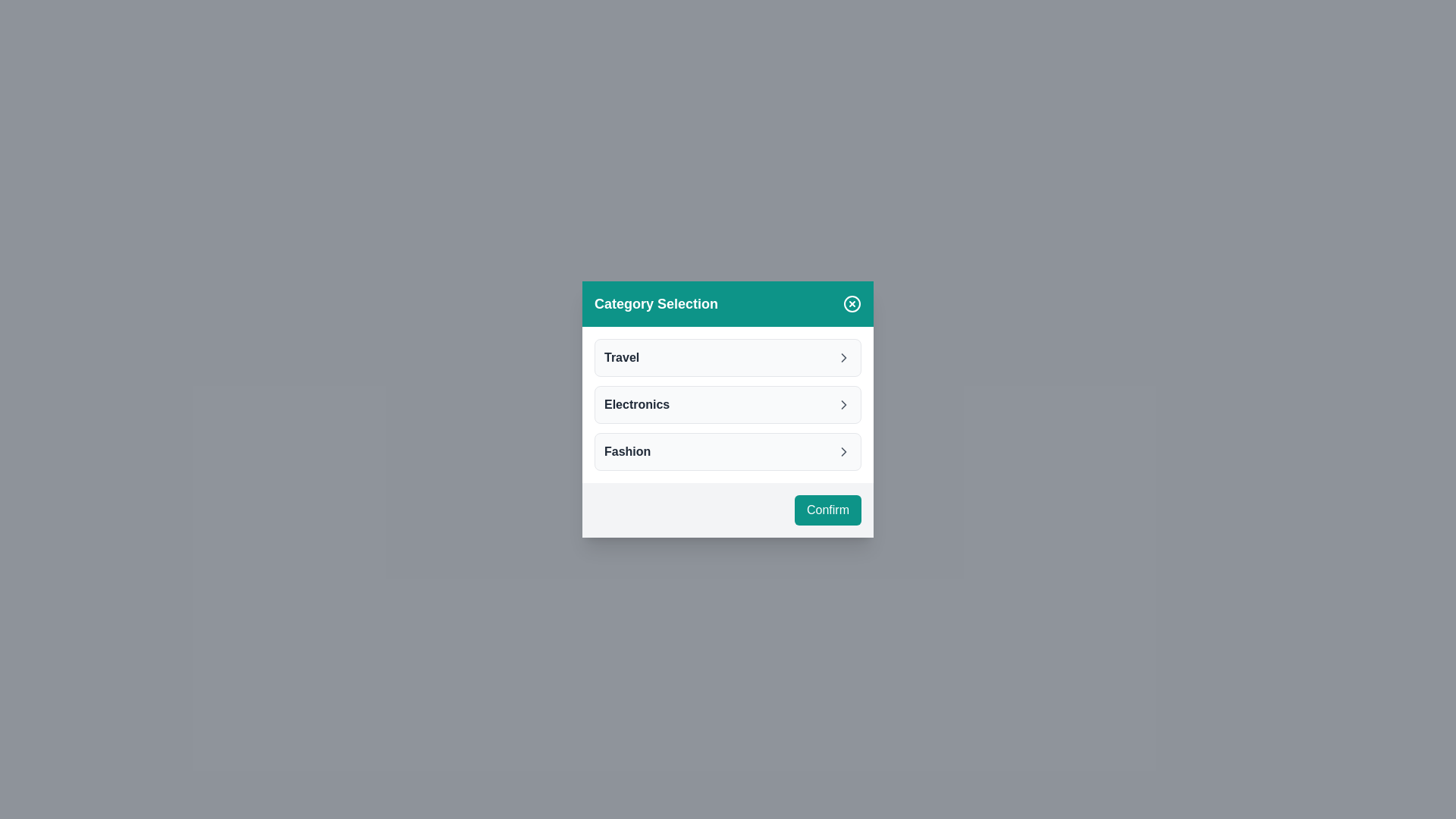 The height and width of the screenshot is (819, 1456). I want to click on the category labeled Electronics to expand it, so click(728, 403).